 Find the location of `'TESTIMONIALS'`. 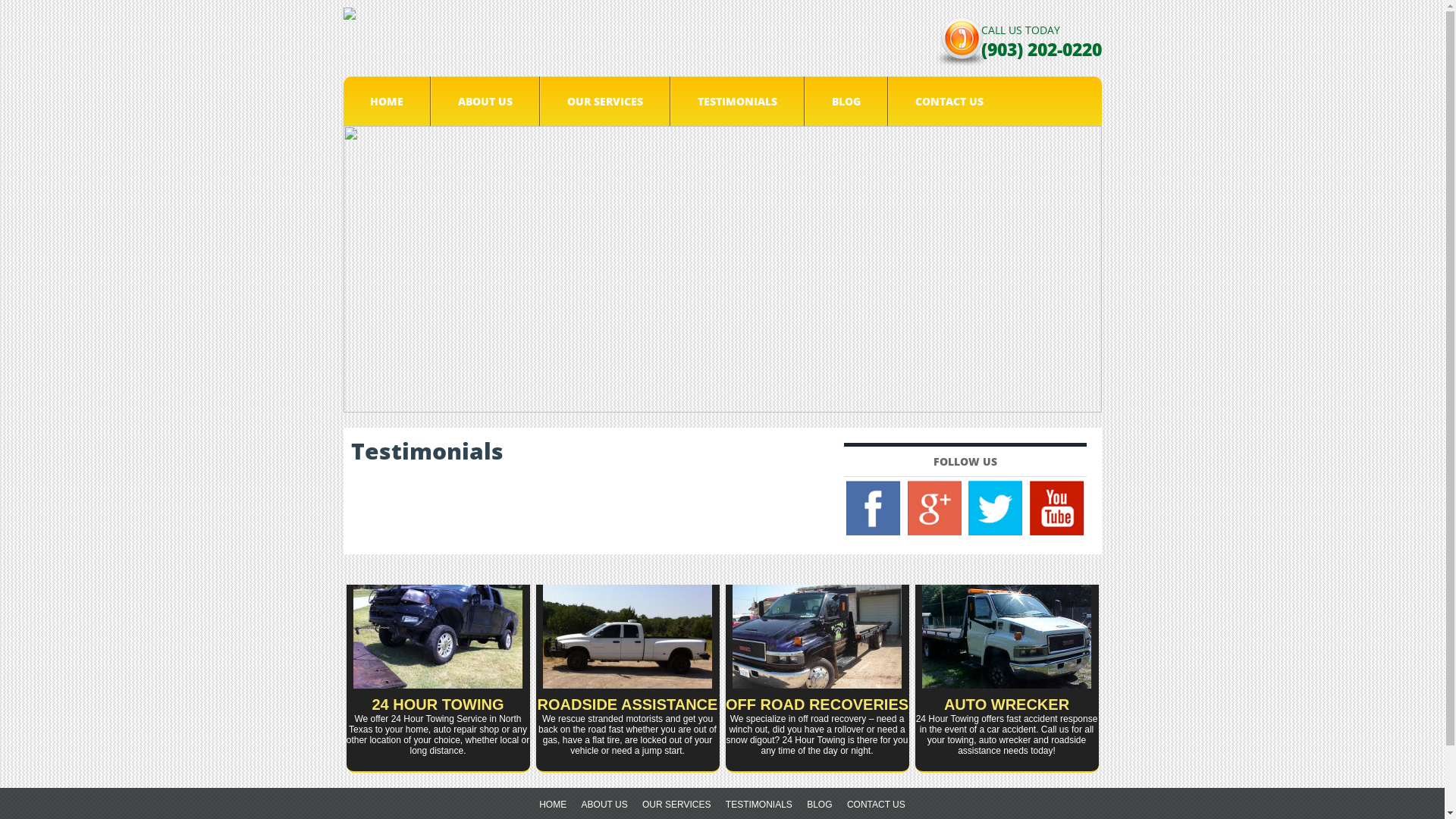

'TESTIMONIALS' is located at coordinates (759, 803).